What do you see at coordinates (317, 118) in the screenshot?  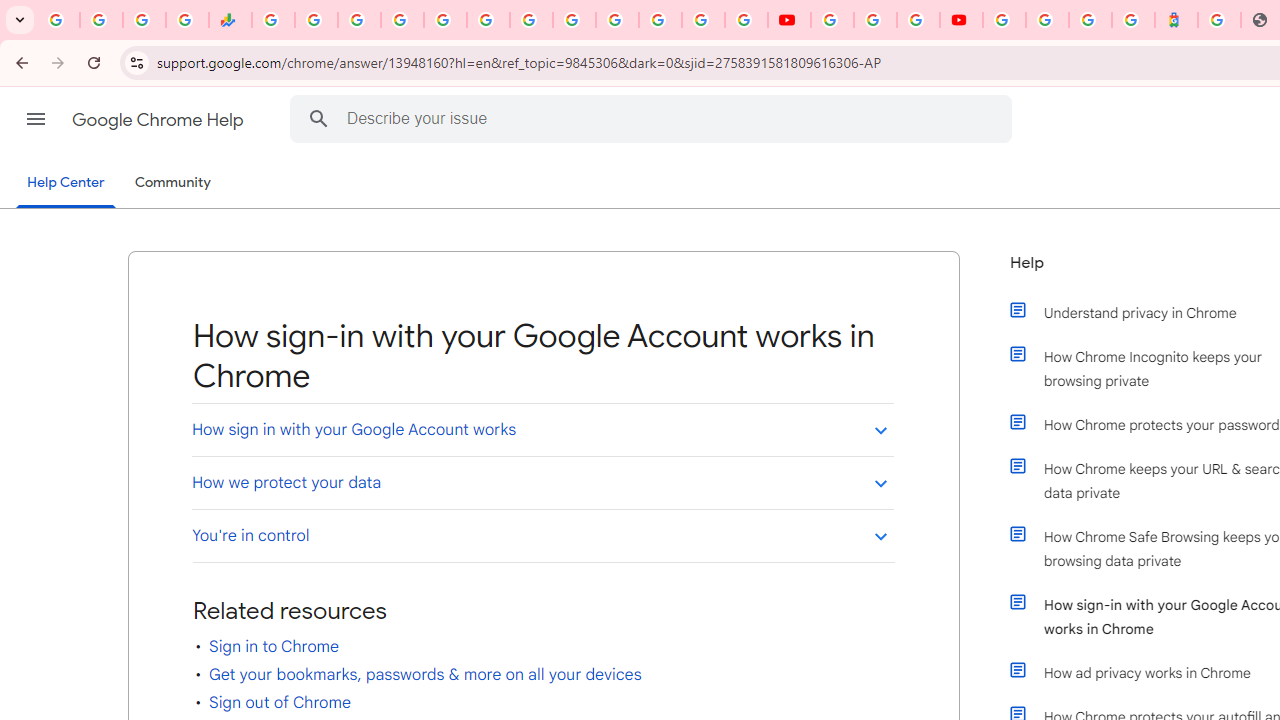 I see `'Search Help Center'` at bounding box center [317, 118].